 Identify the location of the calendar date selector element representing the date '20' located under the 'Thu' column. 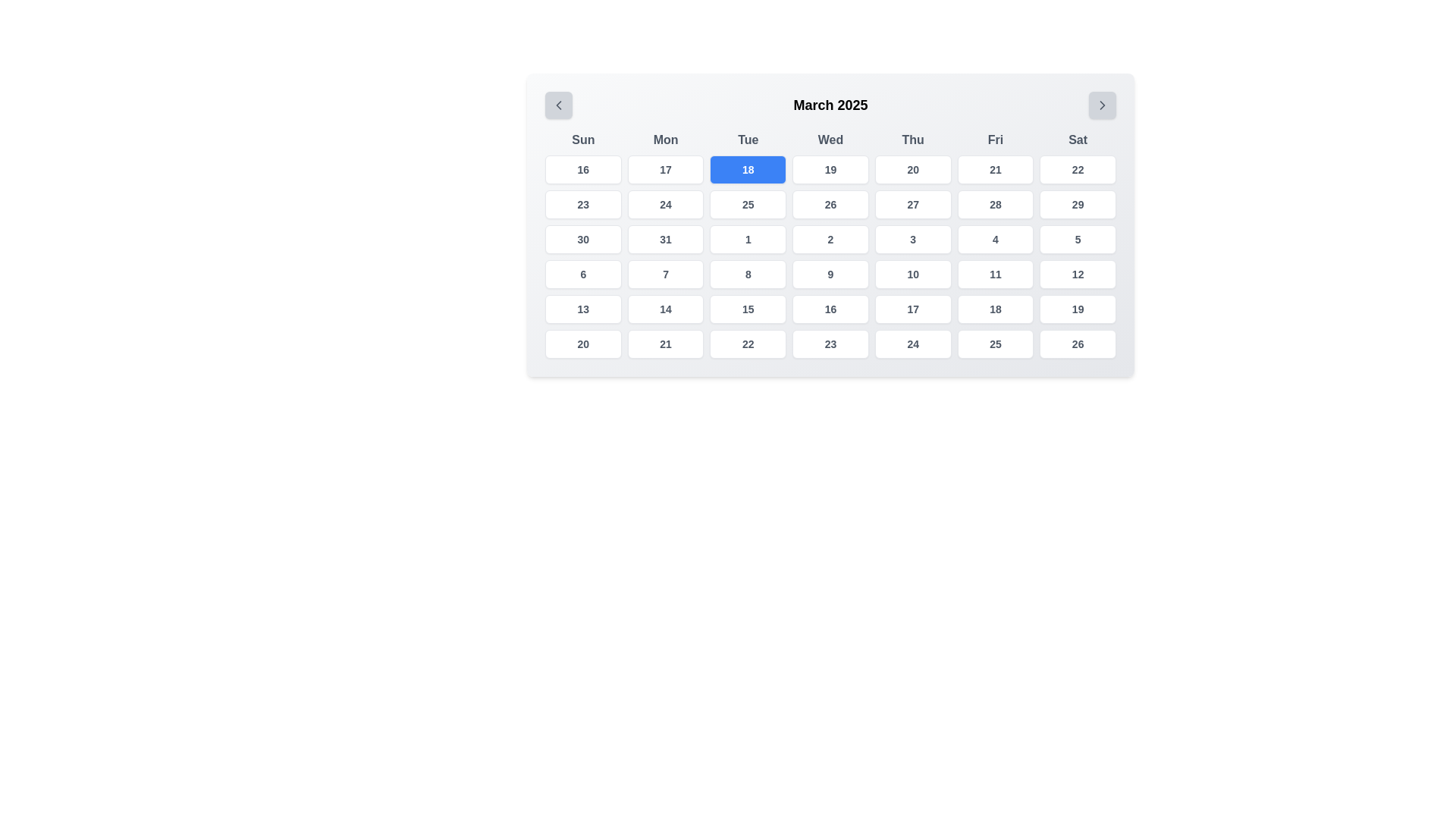
(912, 169).